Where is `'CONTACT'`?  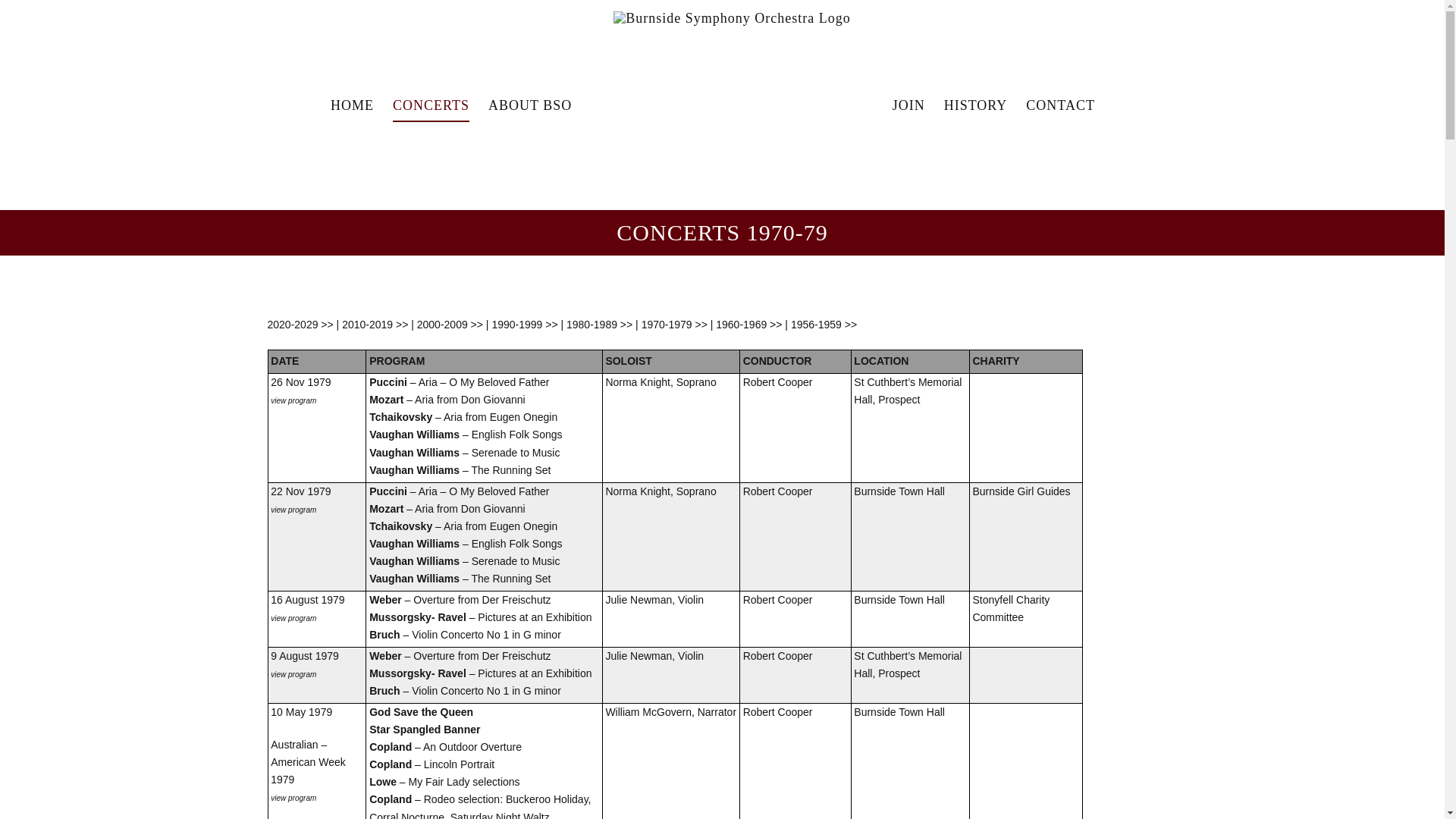
'CONTACT' is located at coordinates (1026, 104).